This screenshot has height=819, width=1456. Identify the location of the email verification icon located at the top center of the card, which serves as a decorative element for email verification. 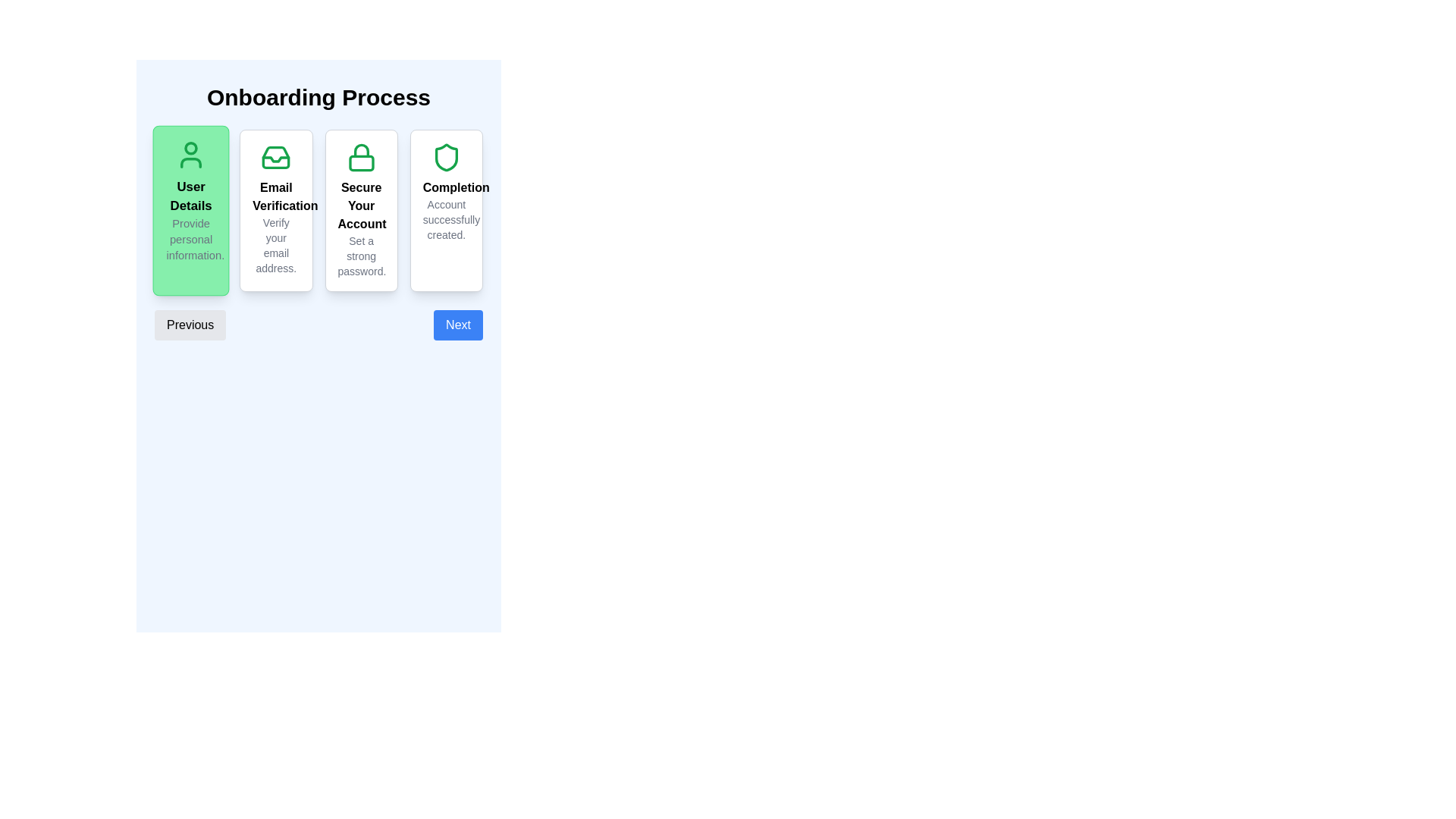
(276, 158).